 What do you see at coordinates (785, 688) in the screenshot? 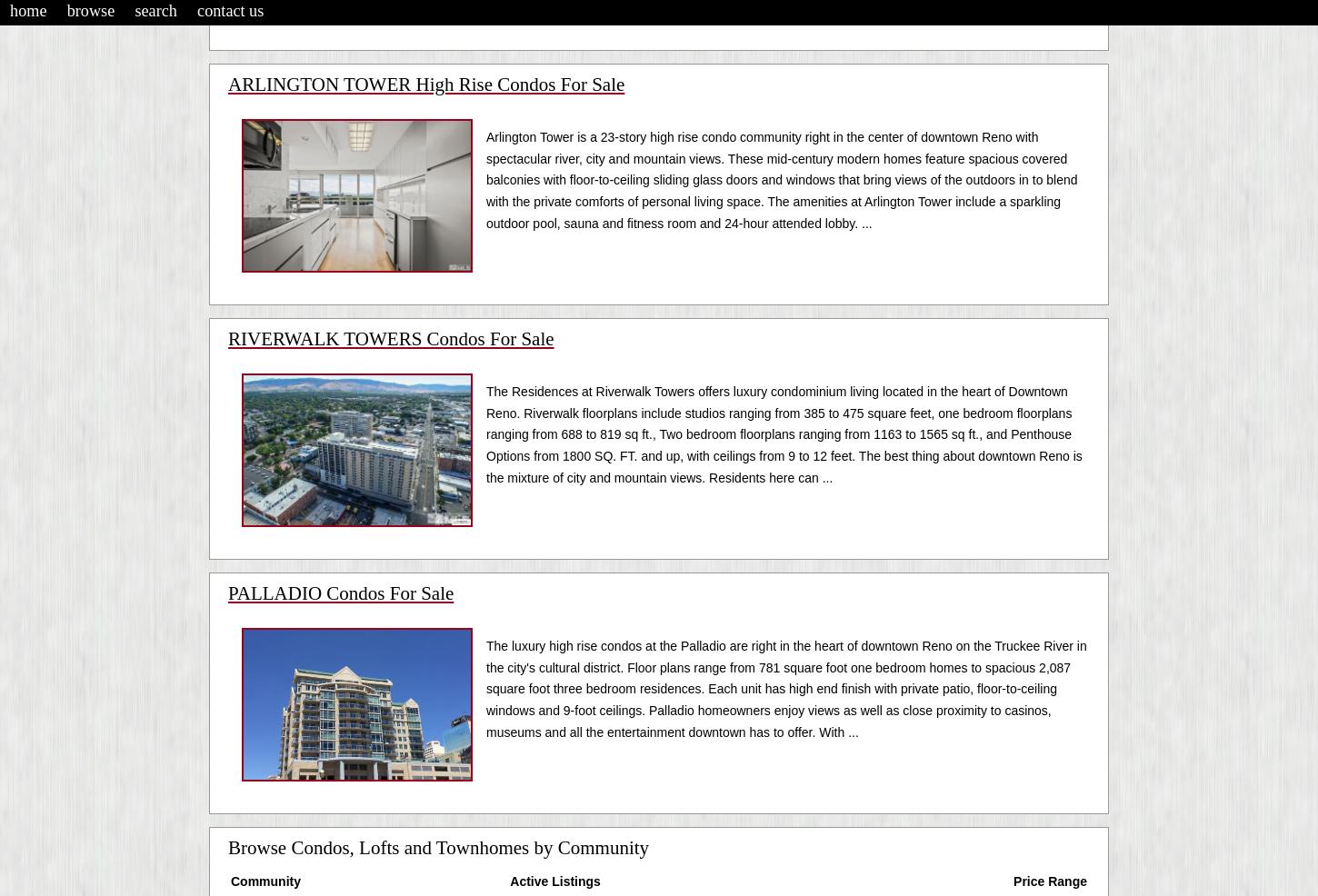
I see `'The luxury high rise condos at the Palladio are right in the heart of downtown Reno on the Truckee River in the city's cultural district. Floor plans range from 781 square foot one bedroom homes to spacious 2,087 square foot three bedroom residences. Each unit has high end finish with private patio, floor-to-ceiling windows and 9-foot ceilings. 

Palladio homeowners enjoy views as well as close proximity to casinos, museums and all the entertainment downtown has to offer. With ...'` at bounding box center [785, 688].